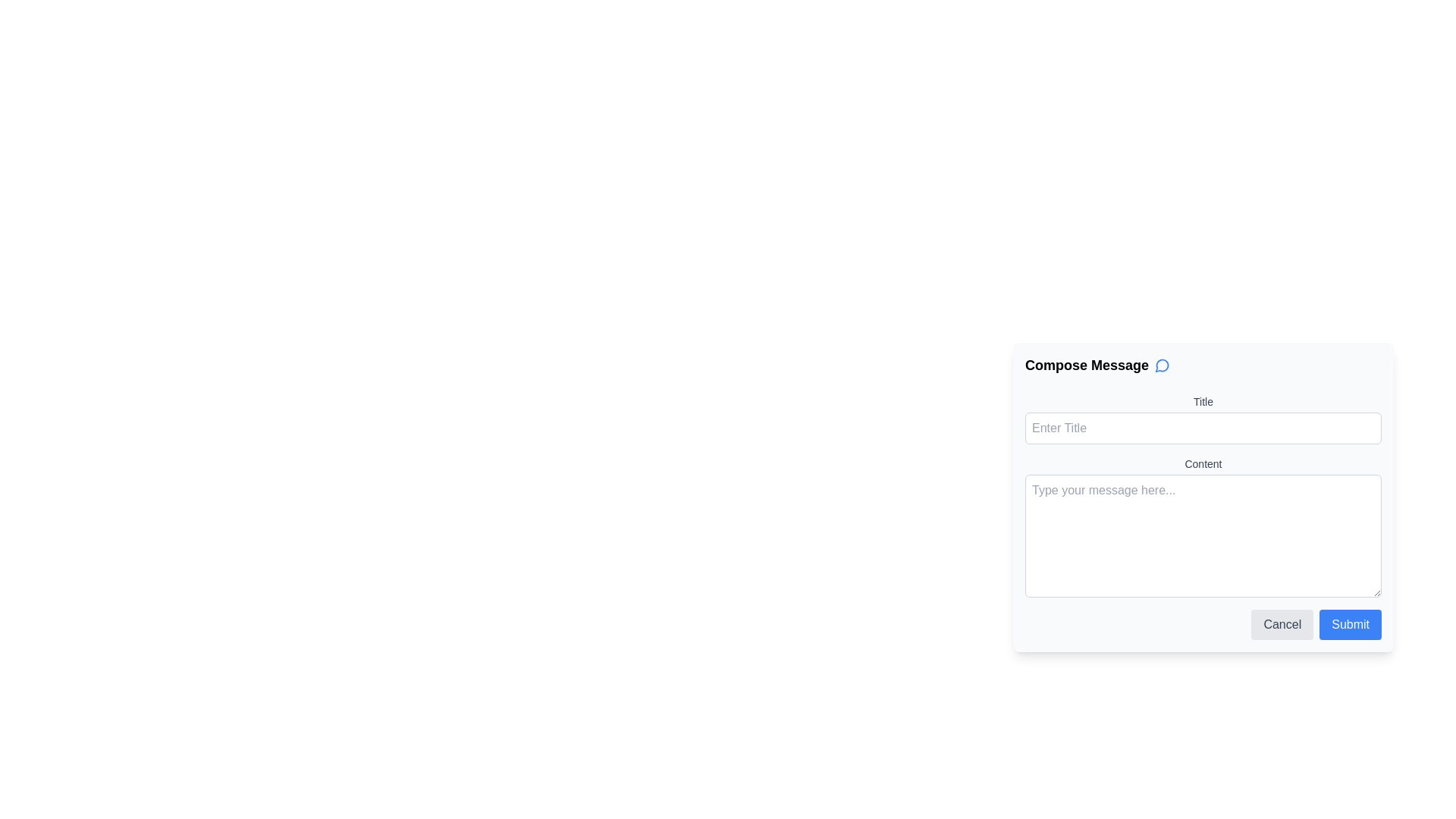 The height and width of the screenshot is (819, 1456). I want to click on the text label that provides context for the message input field in the 'Compose Message' interface, located above the message input area, so click(1203, 463).